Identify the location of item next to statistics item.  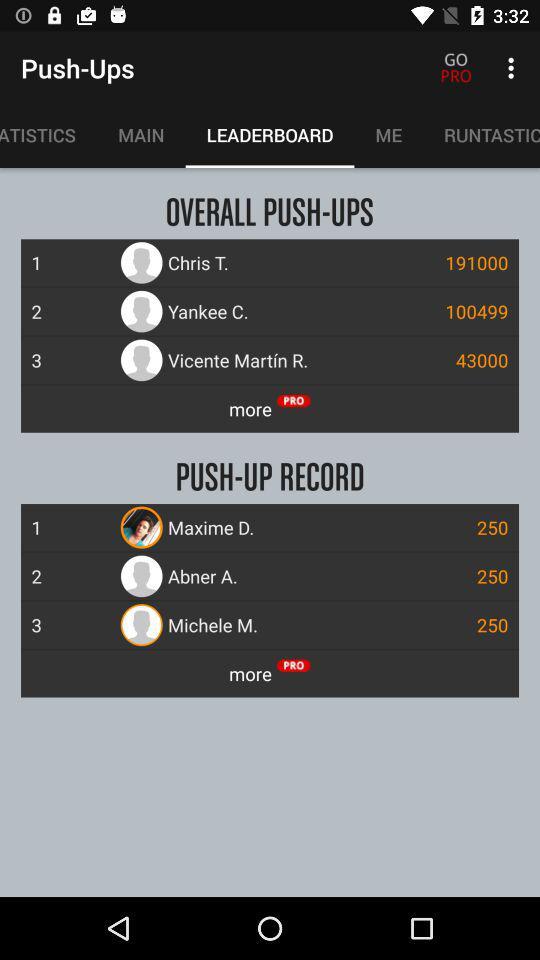
(140, 134).